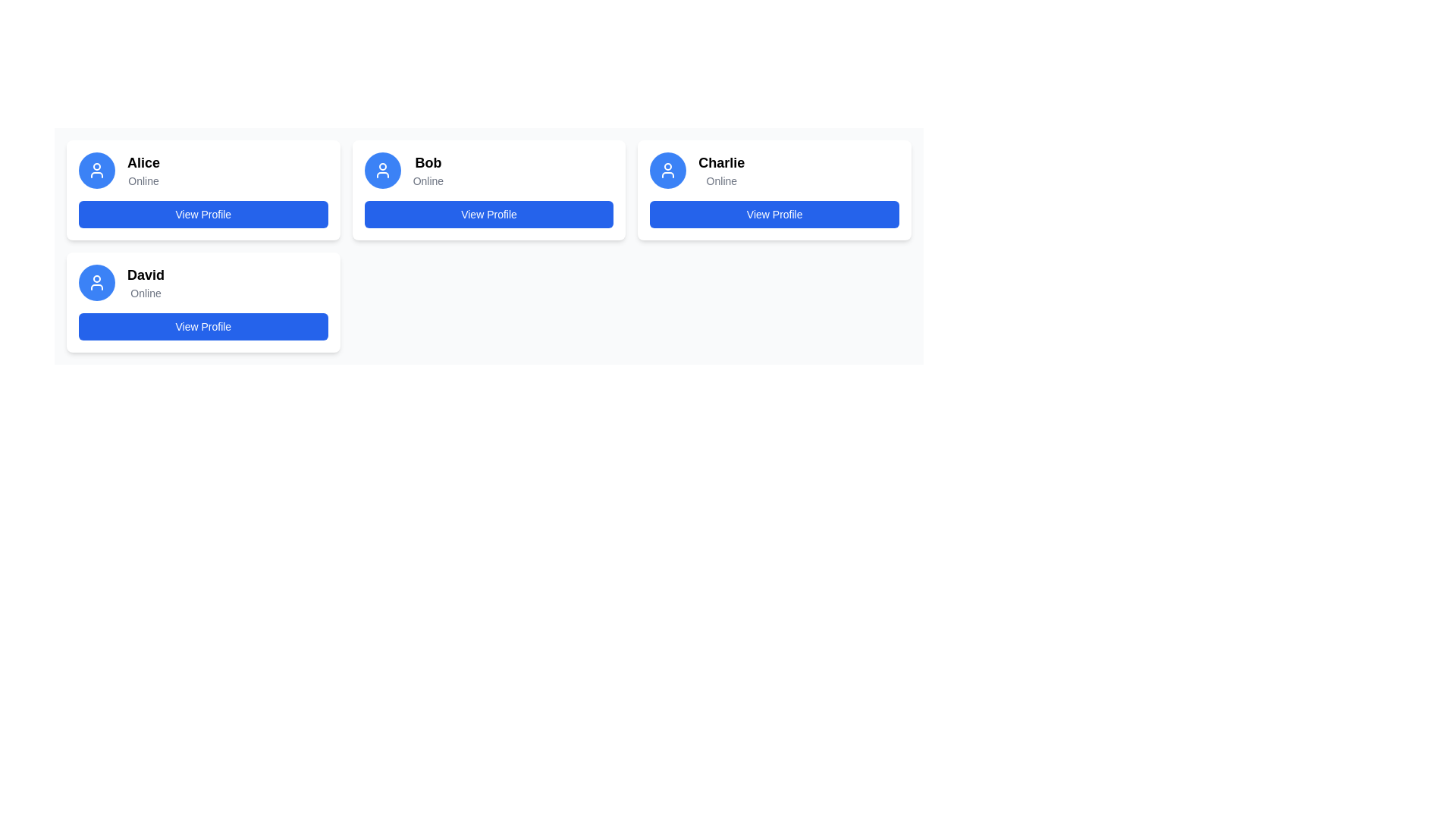 This screenshot has width=1456, height=819. I want to click on the avatar representing the user profile, which is the leftmost component in the second column of the horizontally distributed list of cards, positioned before the text 'Bob' and 'Online', so click(382, 170).